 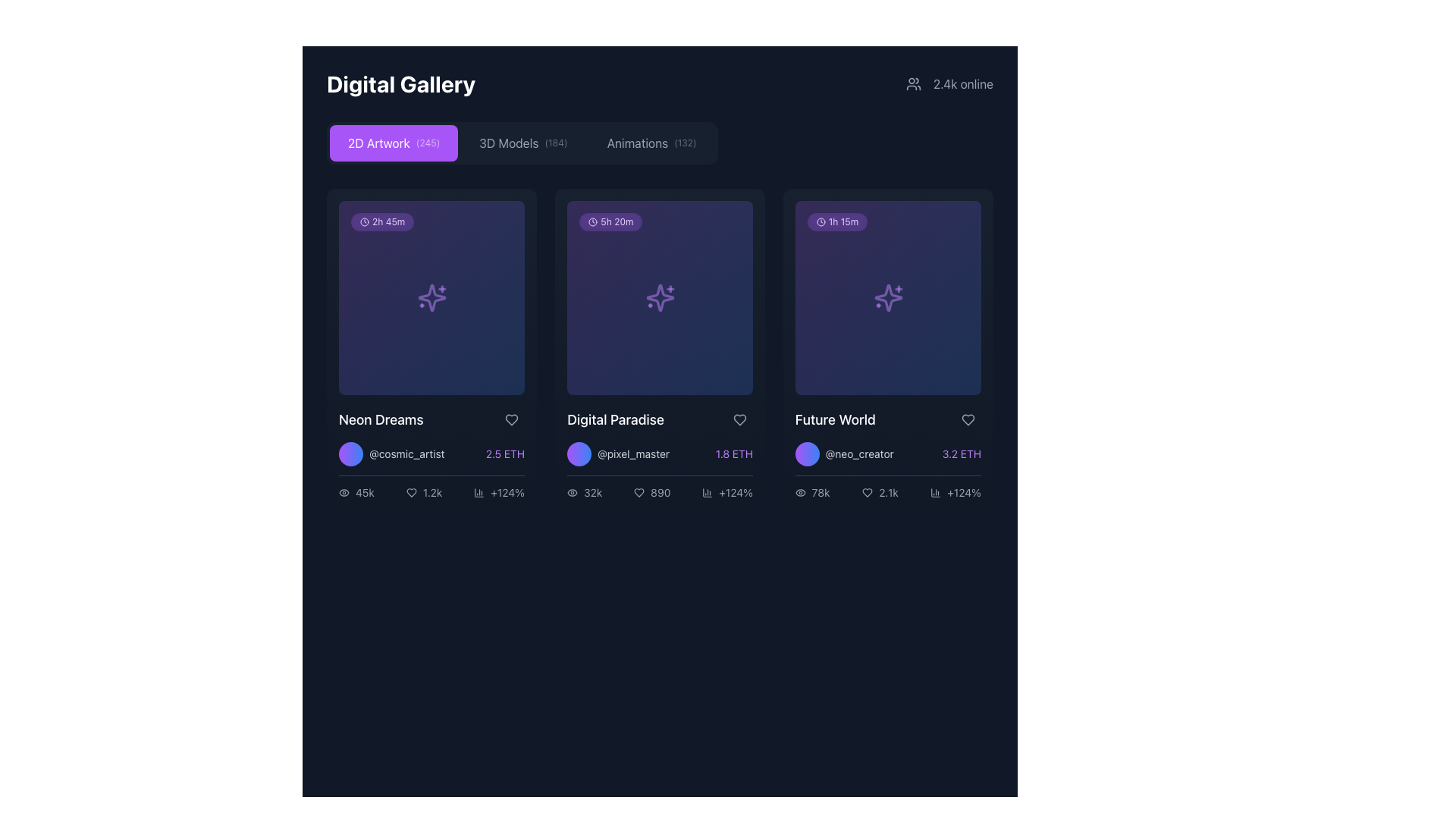 What do you see at coordinates (811, 493) in the screenshot?
I see `the label displaying the number of views on the bottom-left corner of the 'Future World' card, which is the first component in a metrics group that includes likes and growth` at bounding box center [811, 493].